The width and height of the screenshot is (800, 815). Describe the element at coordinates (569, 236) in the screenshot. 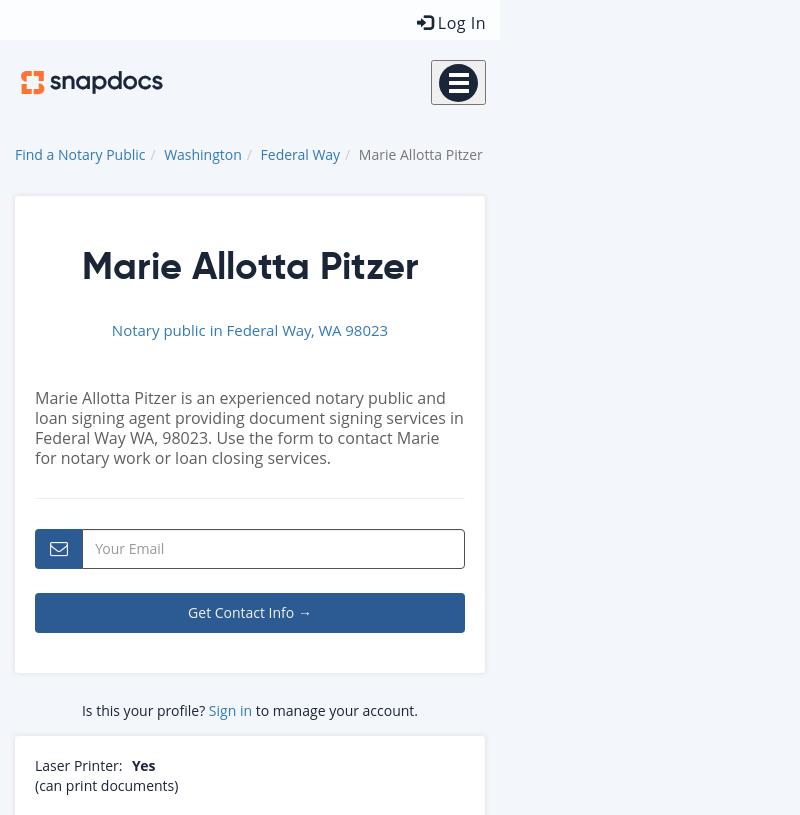

I see `'Get Started'` at that location.